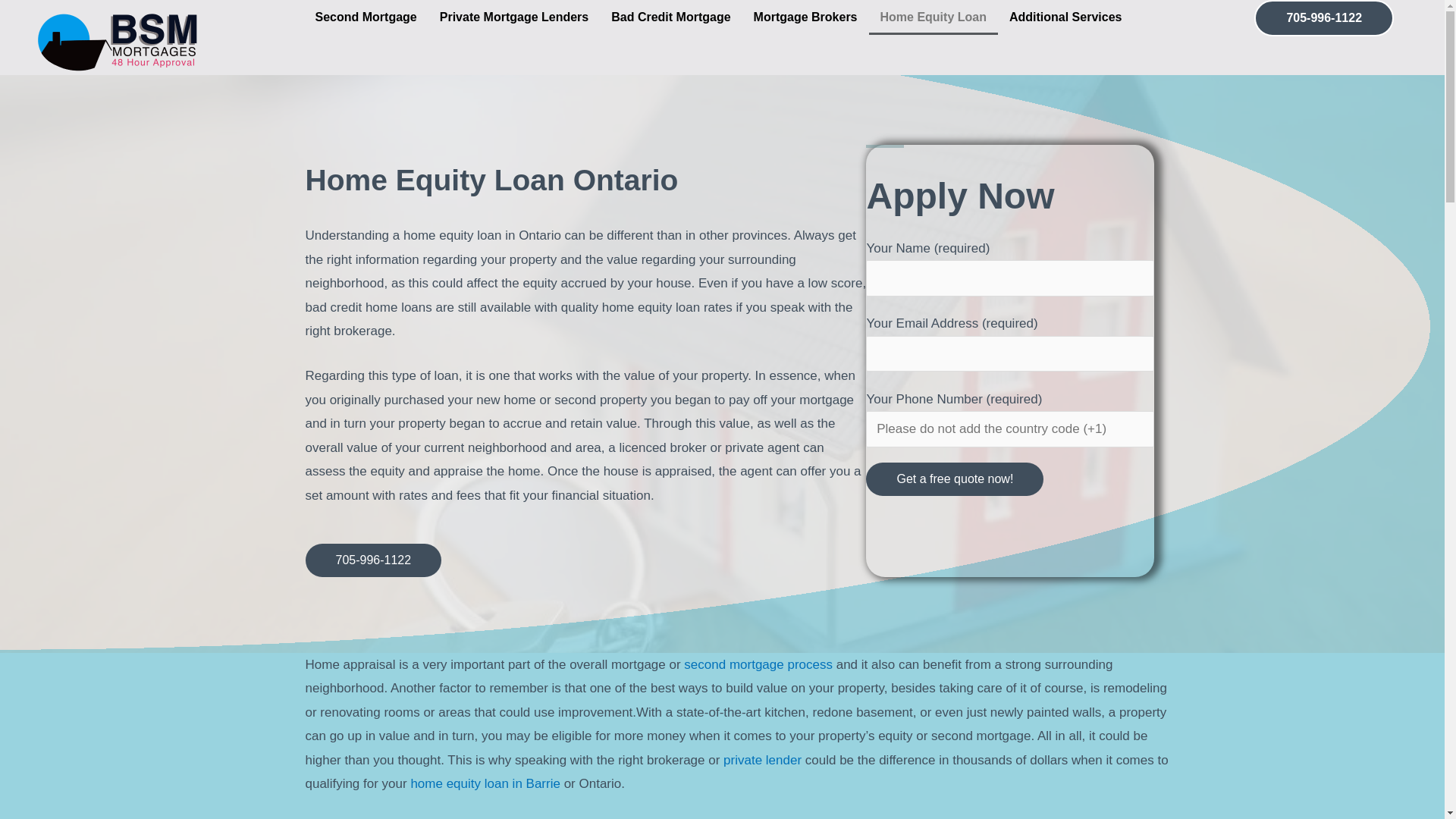 This screenshot has width=1456, height=819. Describe the element at coordinates (372, 560) in the screenshot. I see `'705-996-1122'` at that location.